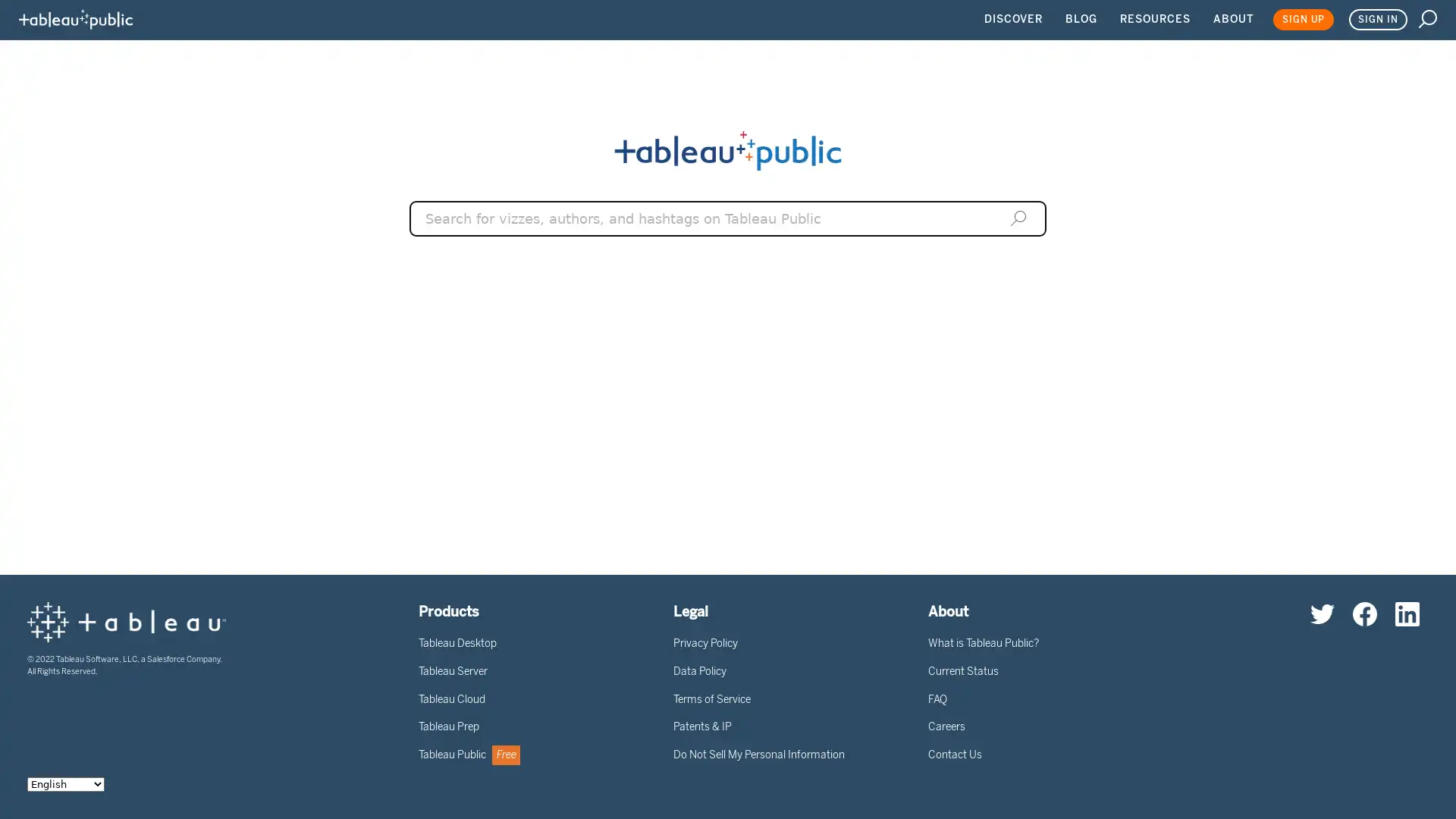 Image resolution: width=1456 pixels, height=819 pixels. I want to click on Facebook link, so click(1365, 613).